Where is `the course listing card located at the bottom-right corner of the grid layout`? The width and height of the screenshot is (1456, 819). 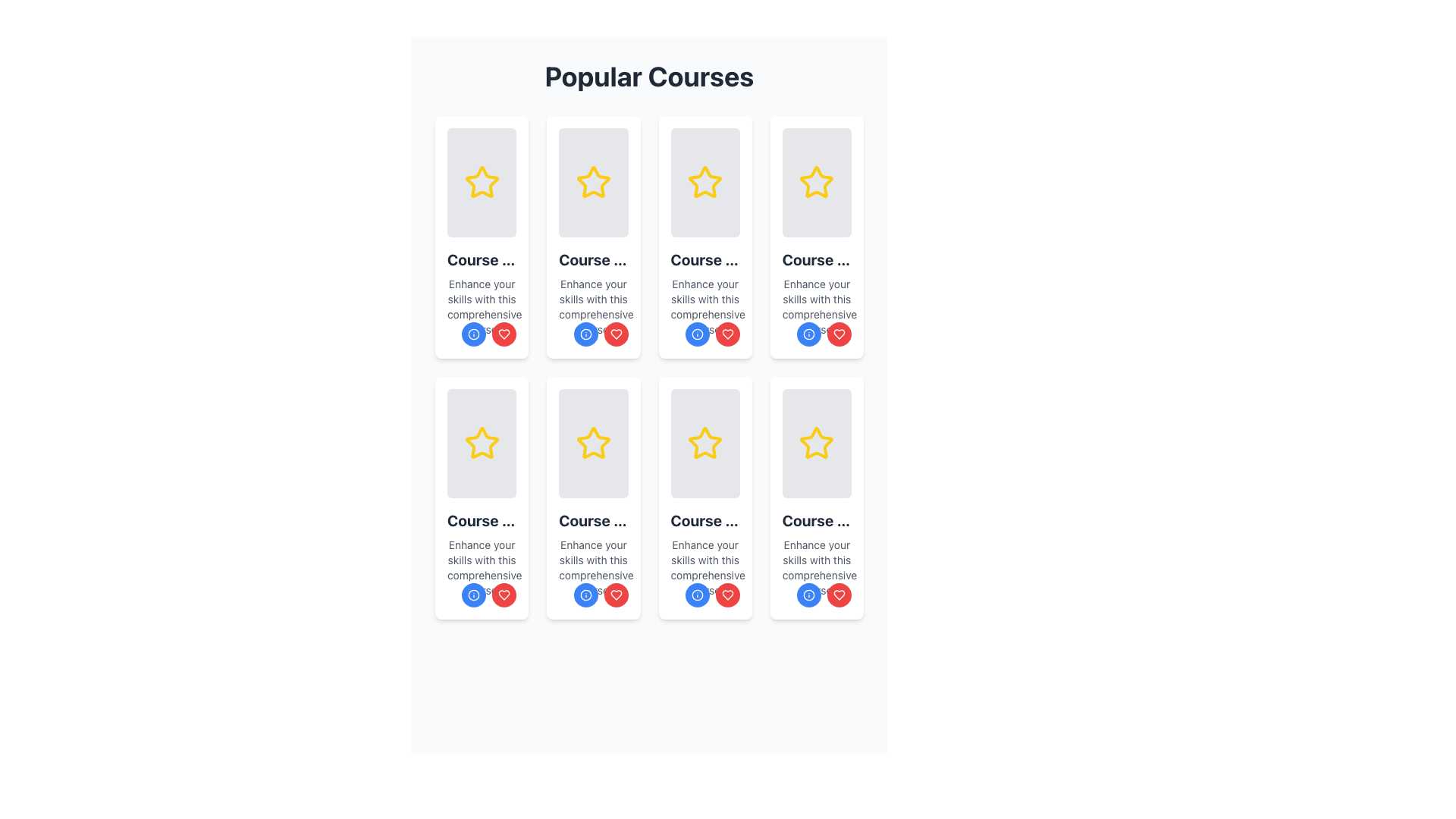
the course listing card located at the bottom-right corner of the grid layout is located at coordinates (816, 497).